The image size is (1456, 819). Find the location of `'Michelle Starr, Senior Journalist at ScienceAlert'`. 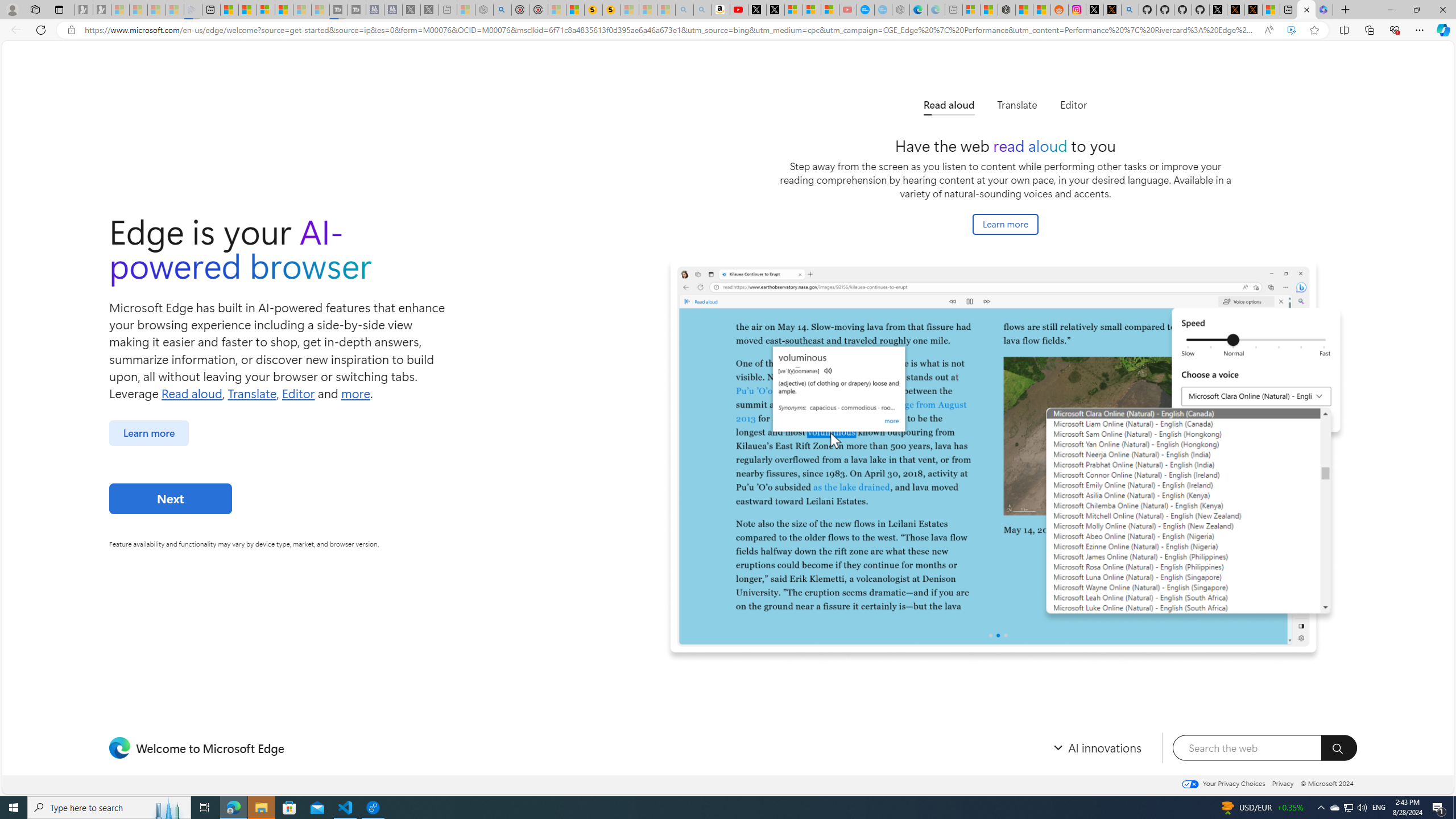

'Michelle Starr, Senior Journalist at ScienceAlert' is located at coordinates (612, 9).